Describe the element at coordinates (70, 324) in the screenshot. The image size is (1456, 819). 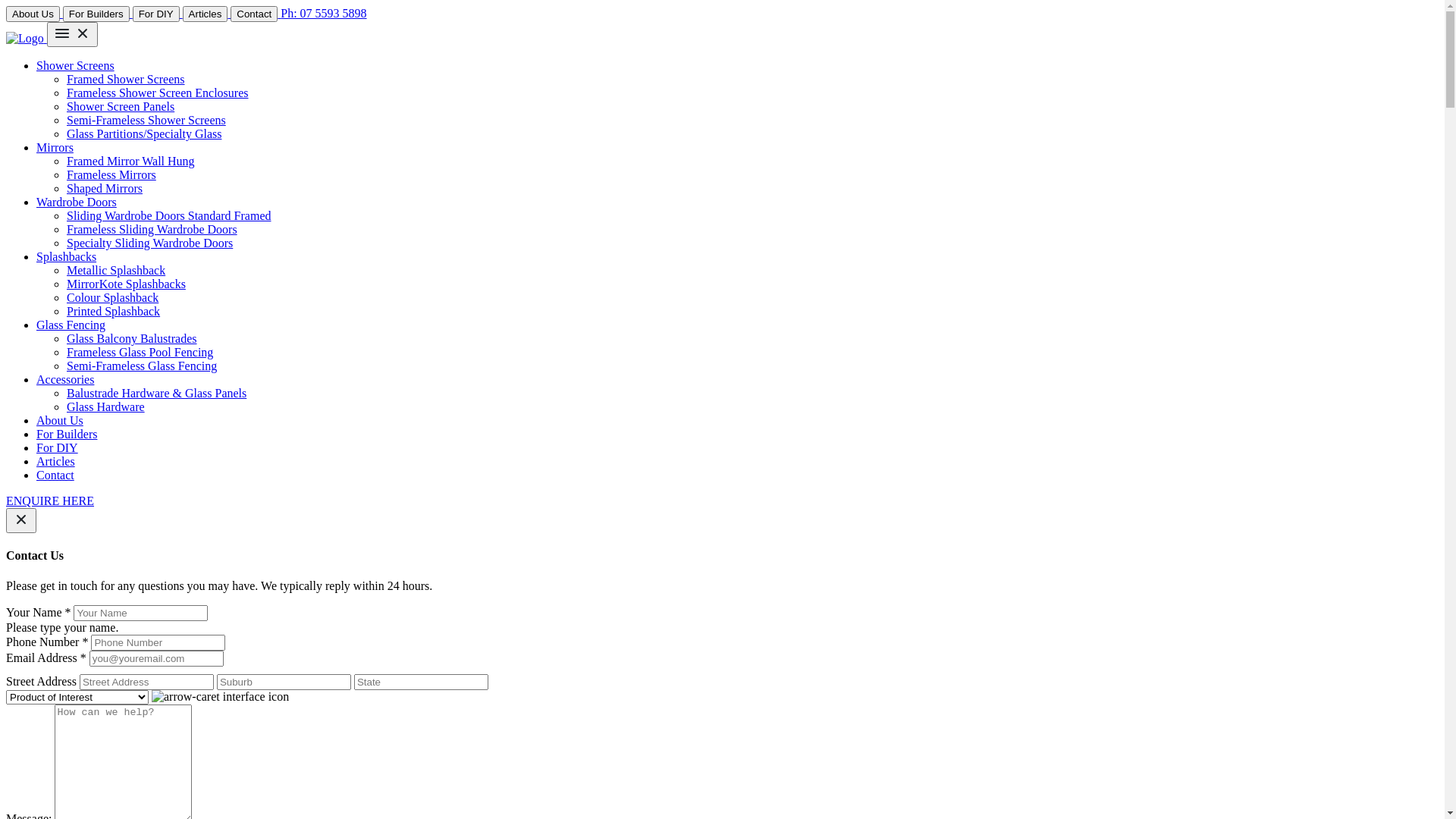
I see `'Glass Fencing'` at that location.